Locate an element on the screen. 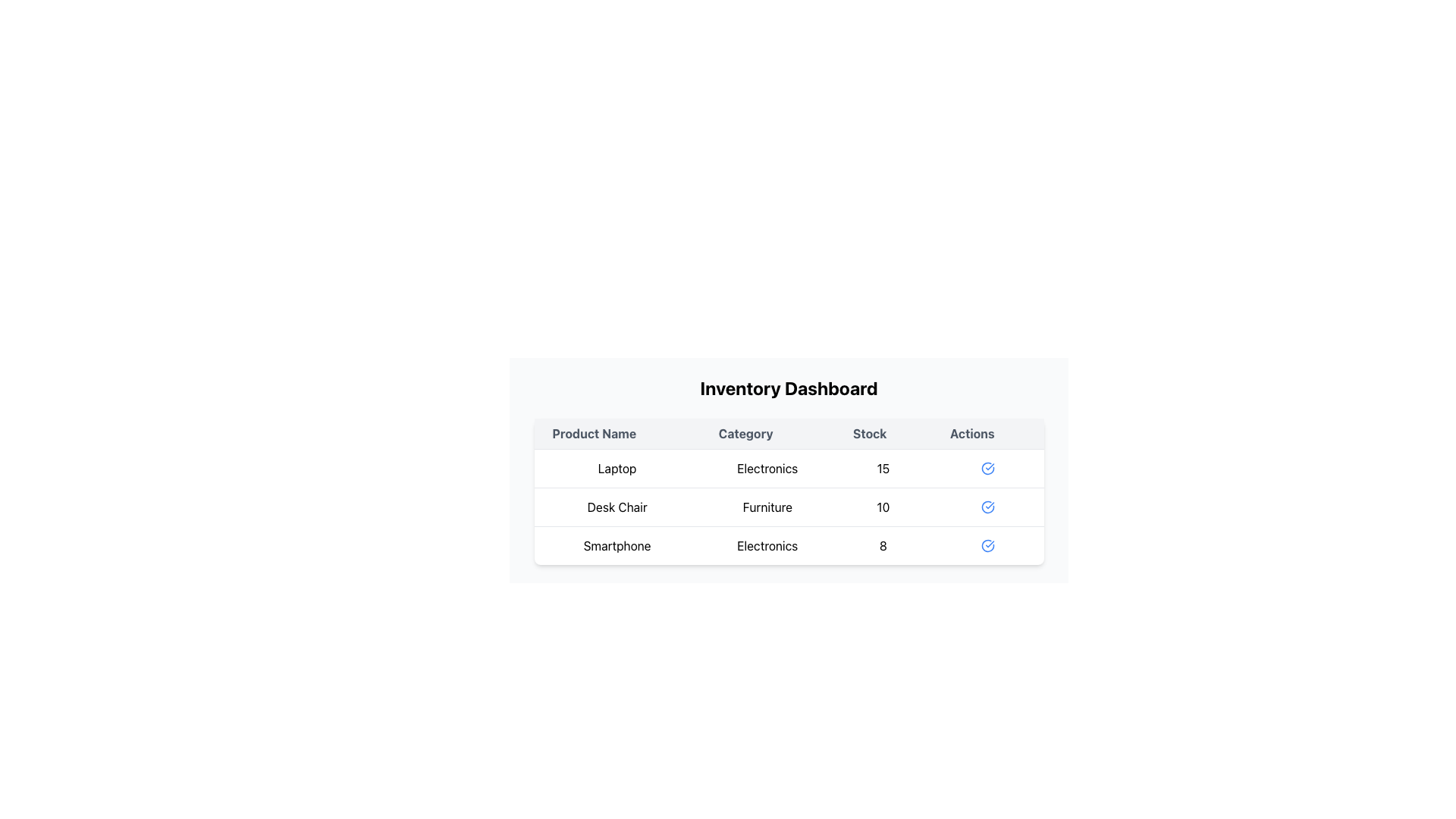 The width and height of the screenshot is (1456, 819). the Icon Button in the 'Actions' column of the second row of the table associated with the 'Desk Chair' product to trigger a visual change is located at coordinates (987, 507).